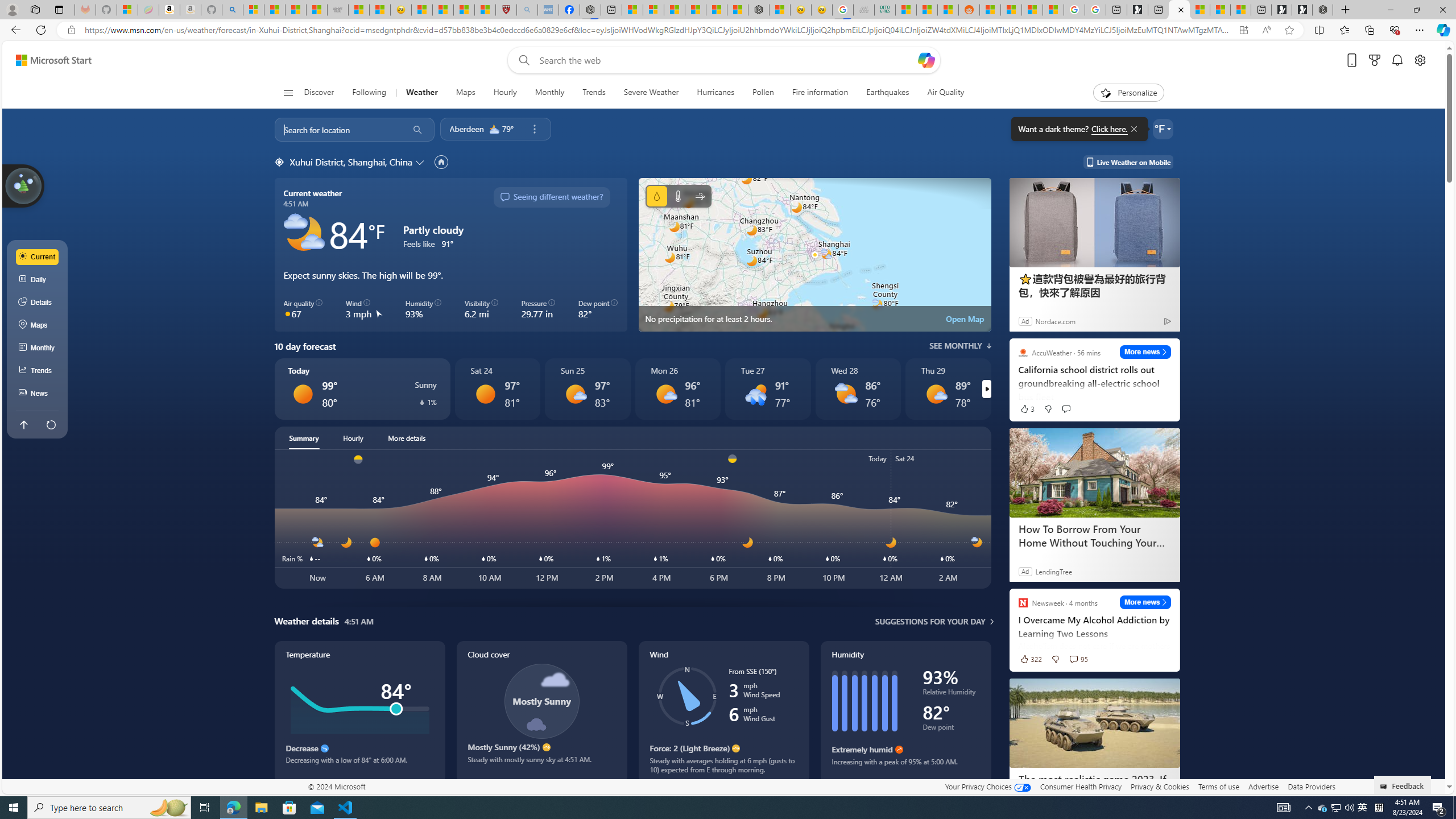 This screenshot has width=1456, height=819. What do you see at coordinates (905, 712) in the screenshot?
I see `'Humidity'` at bounding box center [905, 712].